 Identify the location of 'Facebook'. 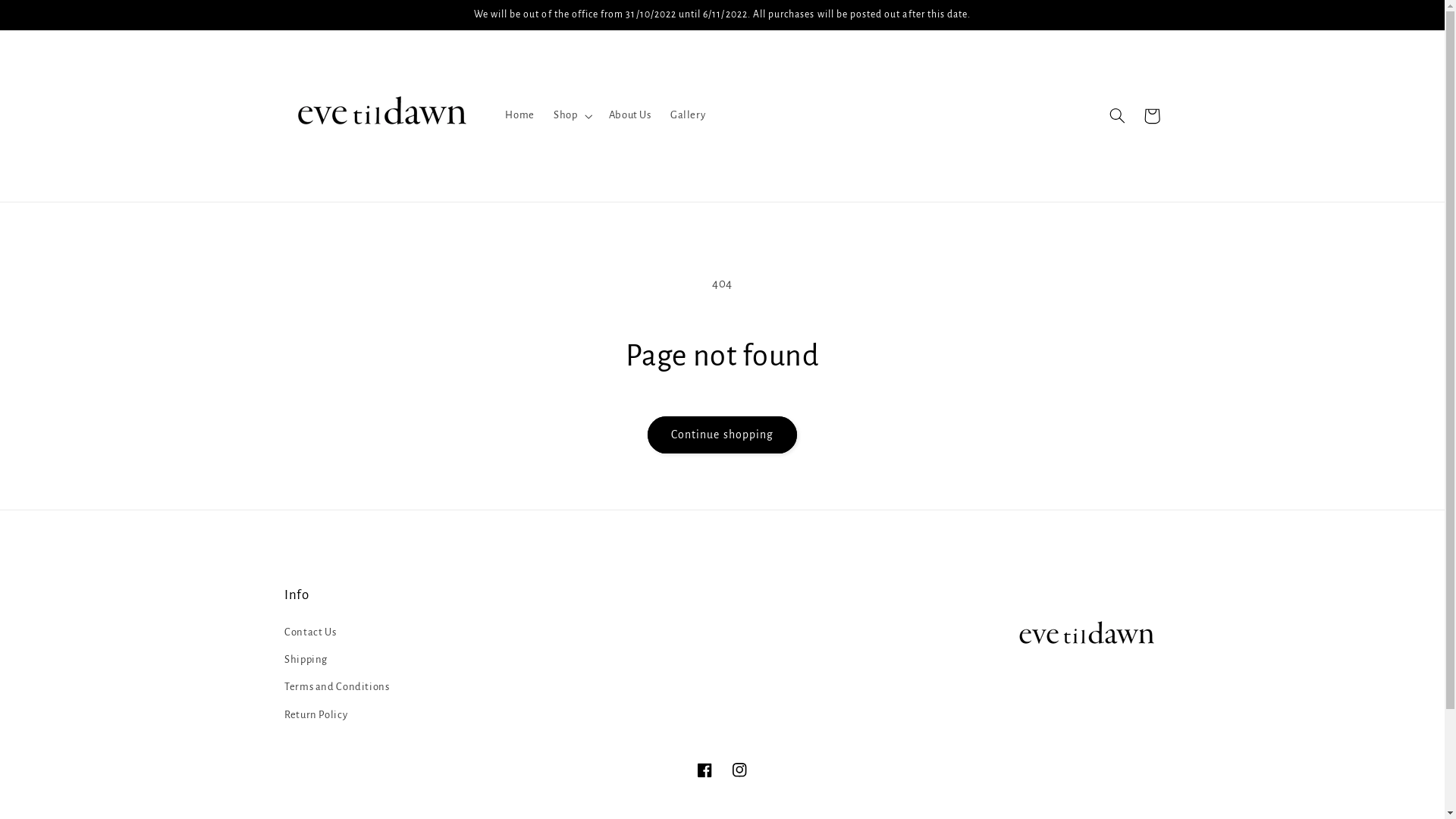
(704, 769).